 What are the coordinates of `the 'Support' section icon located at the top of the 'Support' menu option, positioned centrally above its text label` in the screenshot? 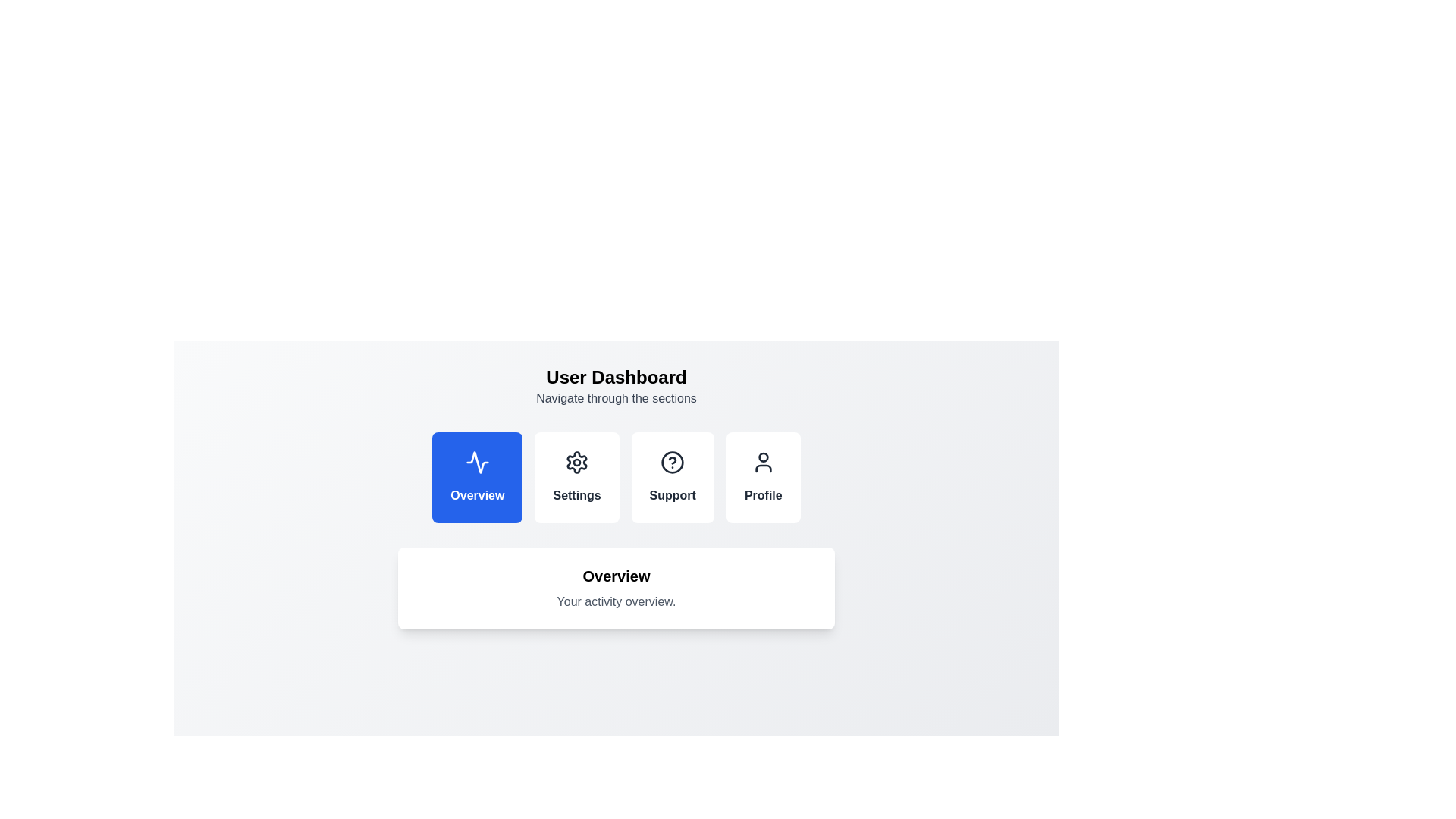 It's located at (672, 461).